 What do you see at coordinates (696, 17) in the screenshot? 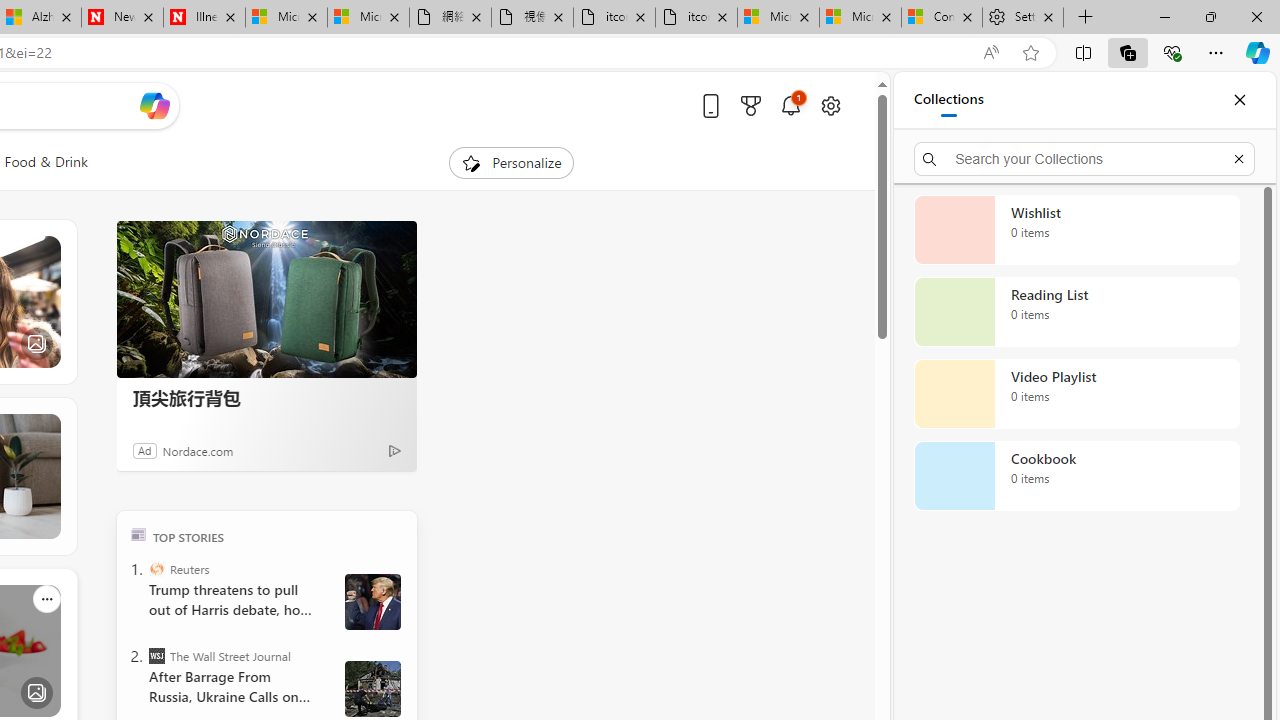
I see `'itconcepthk.com/projector_solutions.mp4'` at bounding box center [696, 17].